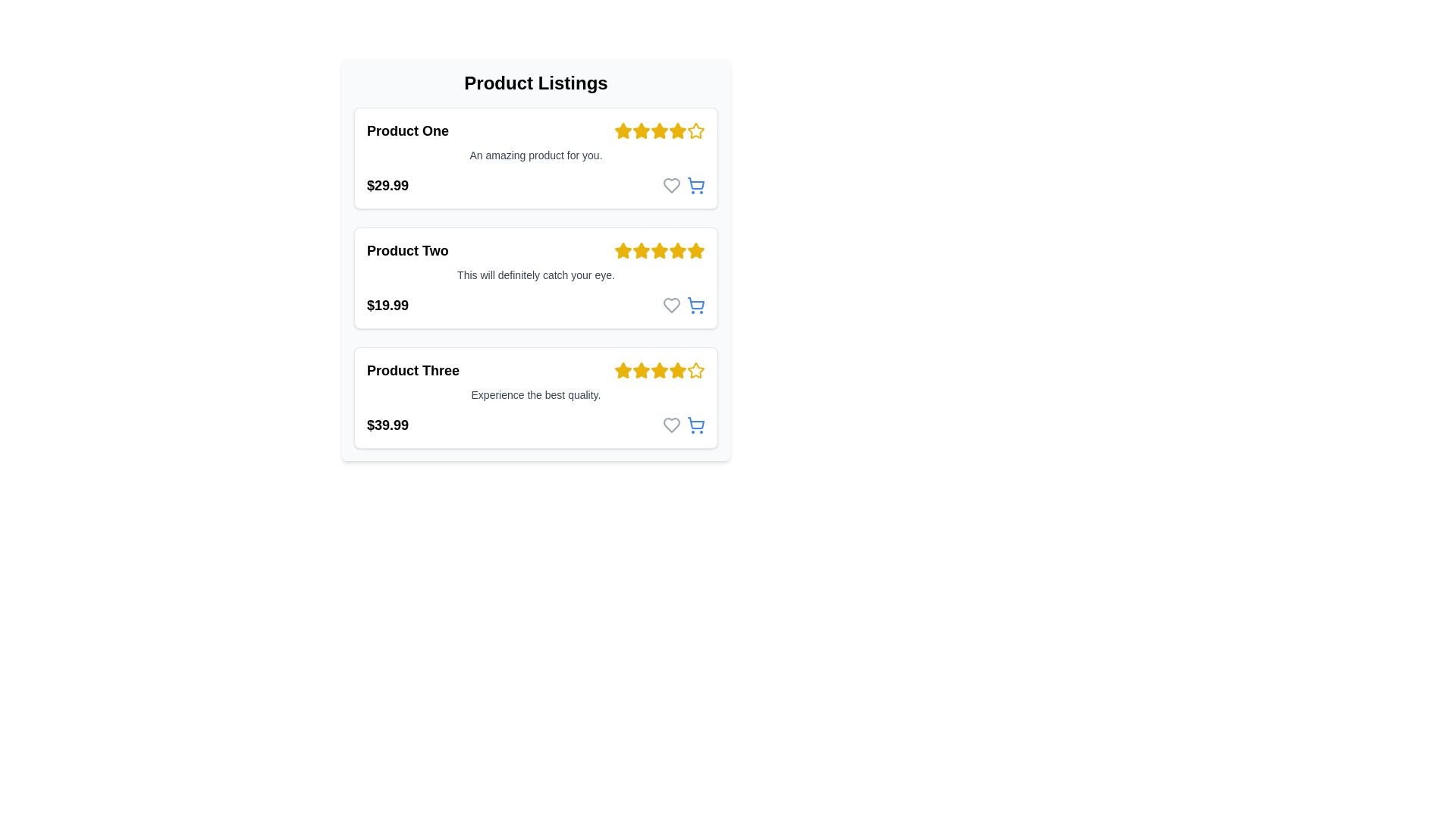 The width and height of the screenshot is (1456, 819). Describe the element at coordinates (535, 305) in the screenshot. I see `price displayed in bold black typography located at the bottom-left section of the second product listing card titled 'Product Two'` at that location.